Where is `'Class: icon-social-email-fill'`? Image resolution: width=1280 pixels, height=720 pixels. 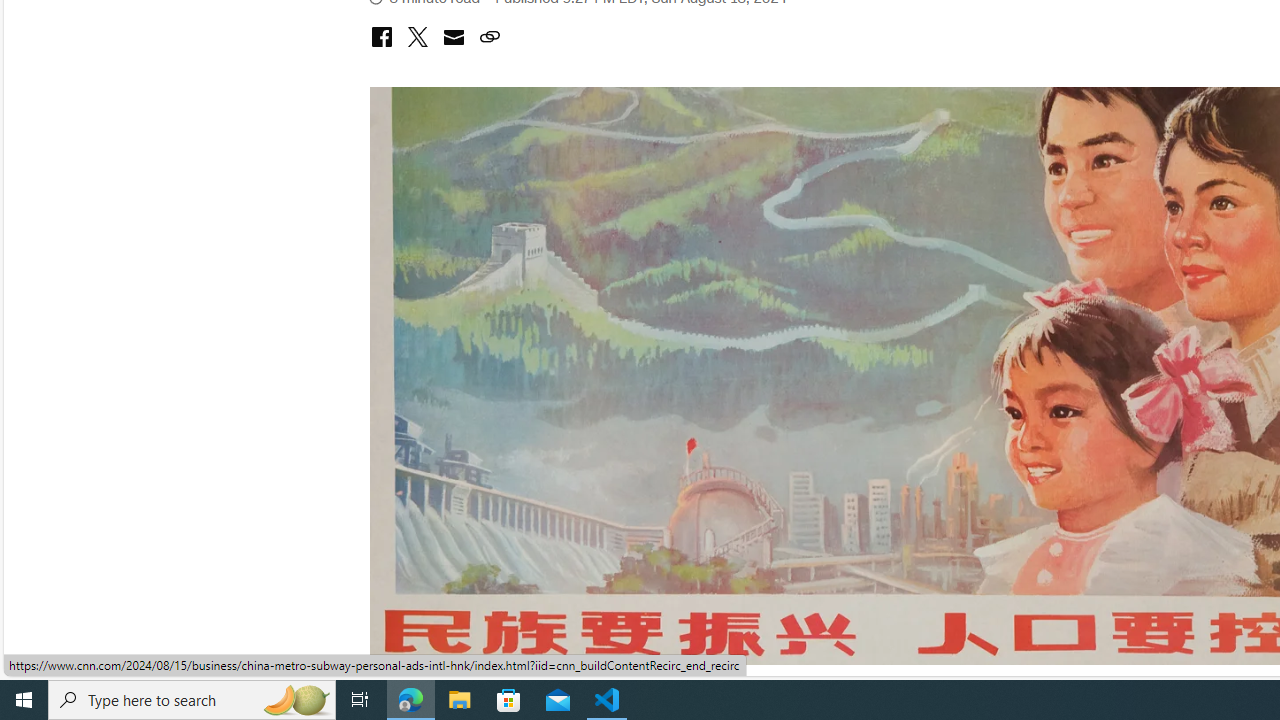
'Class: icon-social-email-fill' is located at coordinates (452, 37).